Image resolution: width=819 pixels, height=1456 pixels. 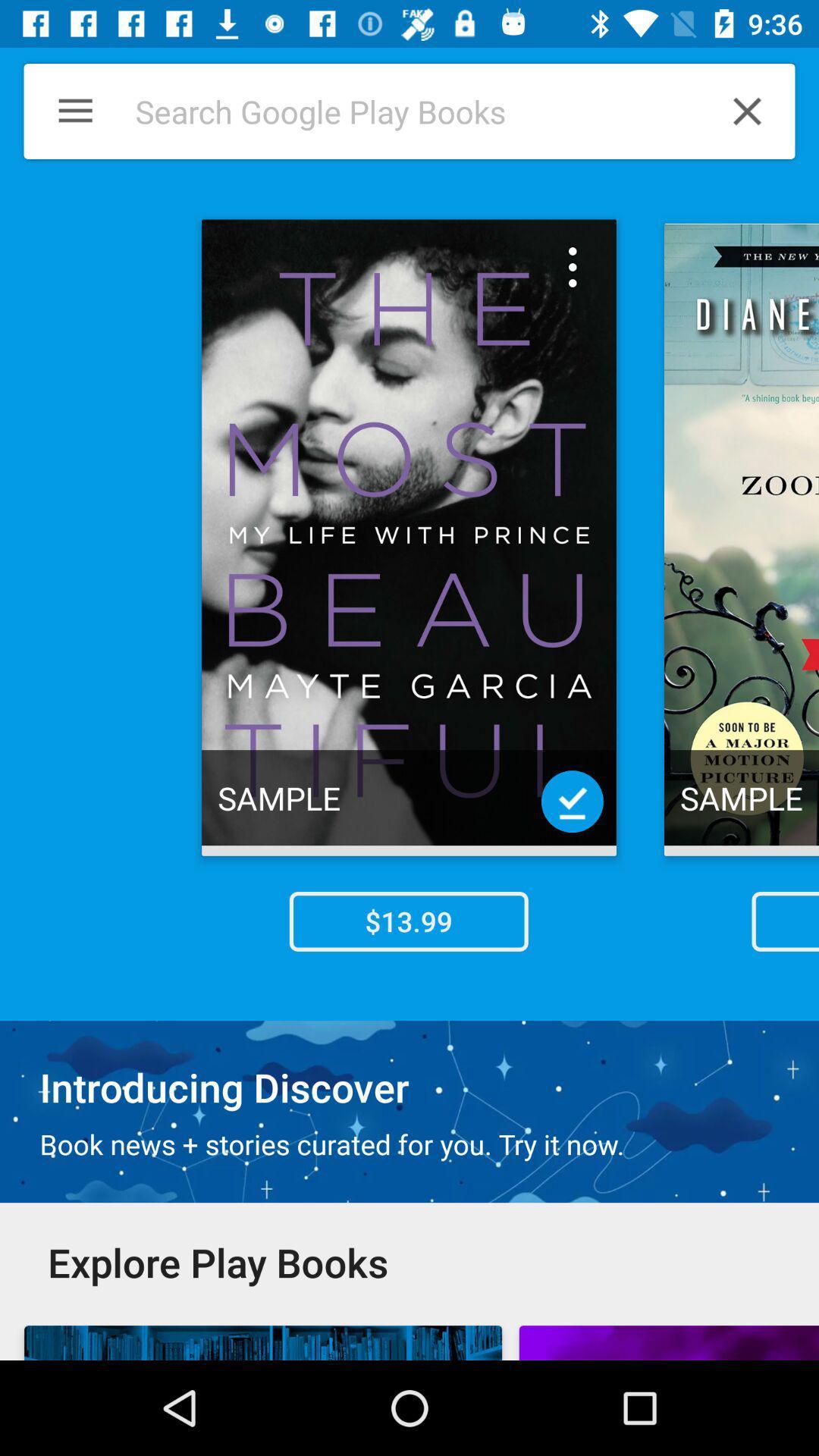 What do you see at coordinates (400, 111) in the screenshot?
I see `search bar` at bounding box center [400, 111].